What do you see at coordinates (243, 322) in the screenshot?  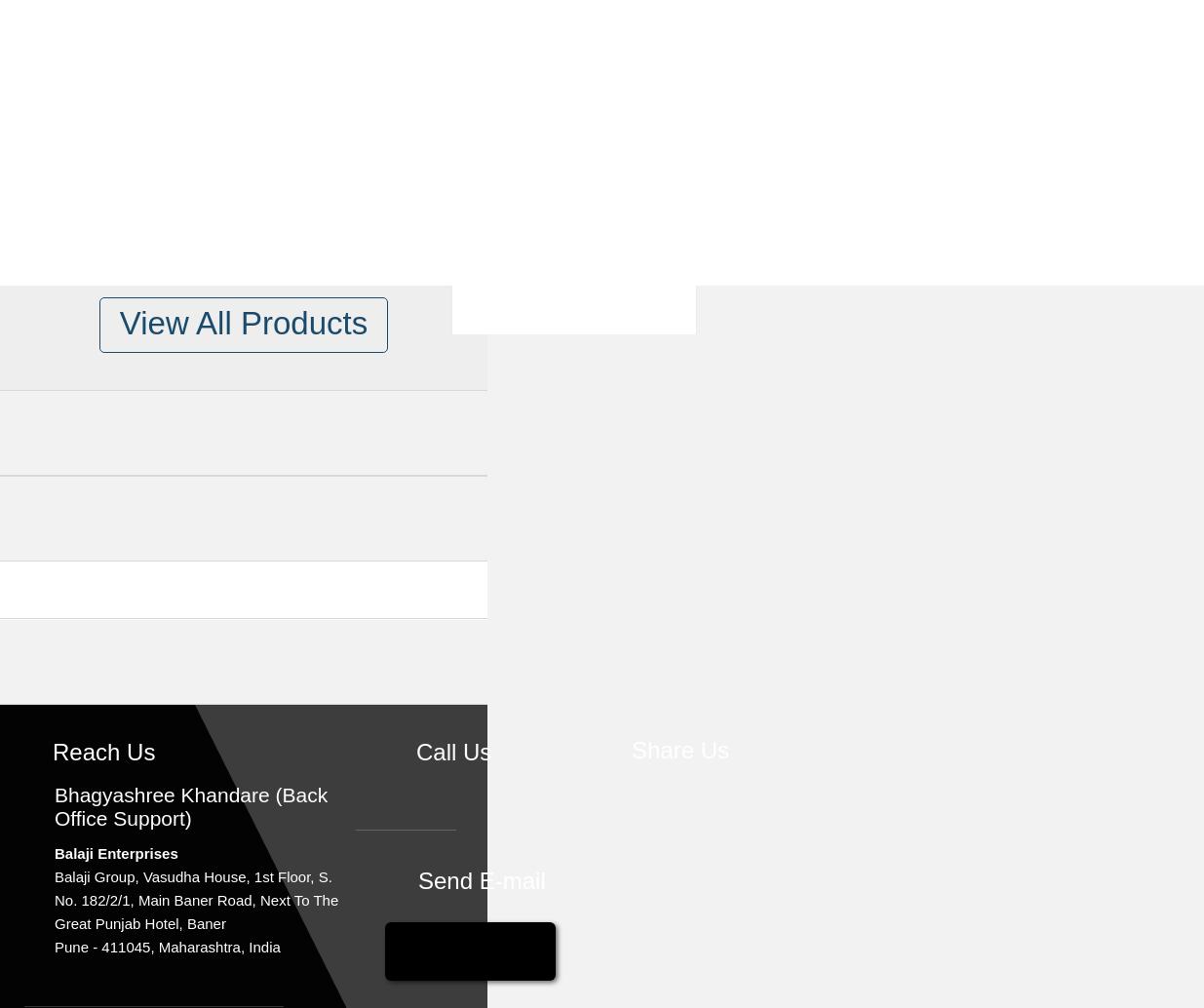 I see `'View All Products'` at bounding box center [243, 322].